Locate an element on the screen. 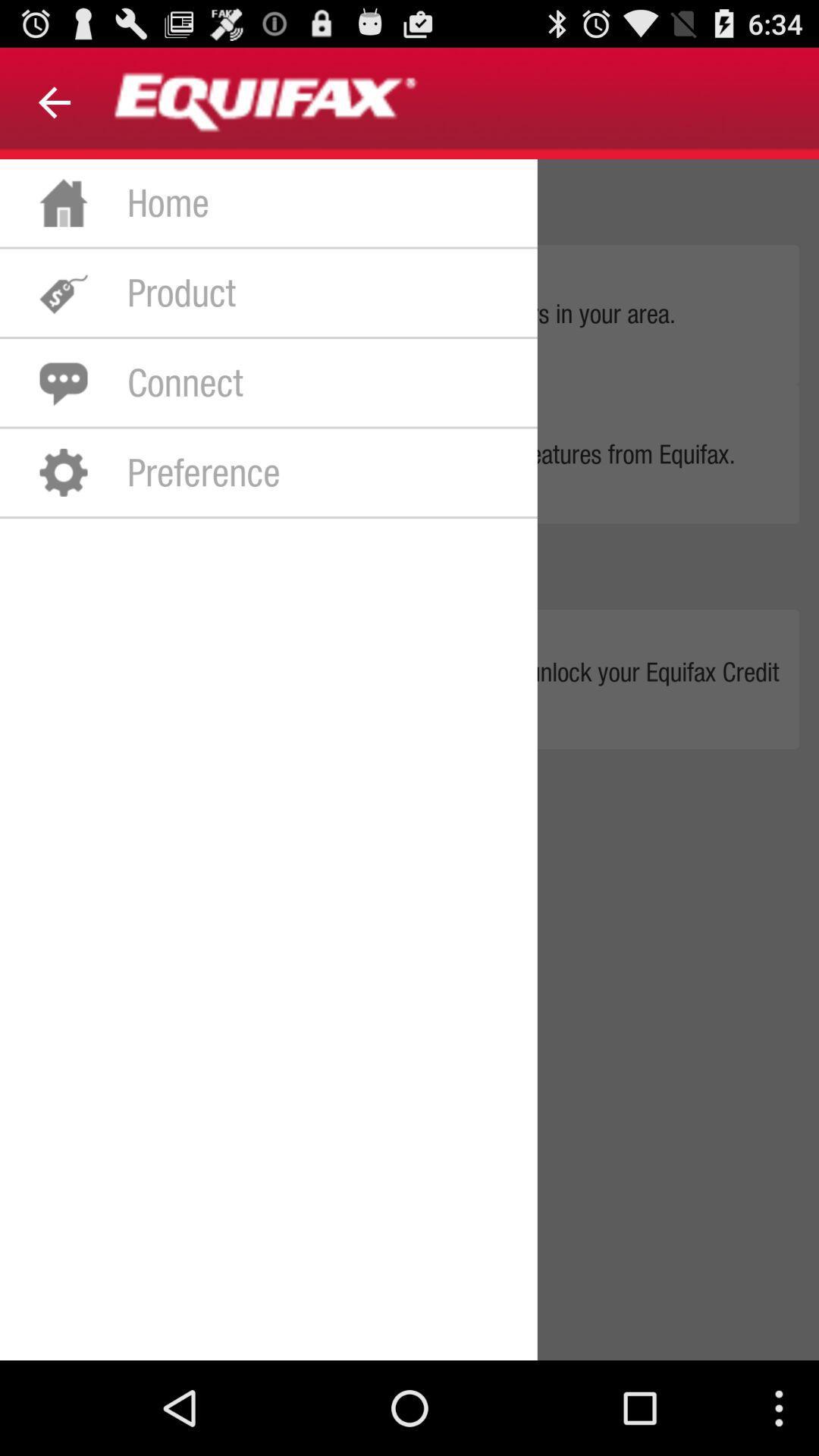 The image size is (819, 1456). the box which is beside home is located at coordinates (63, 202).